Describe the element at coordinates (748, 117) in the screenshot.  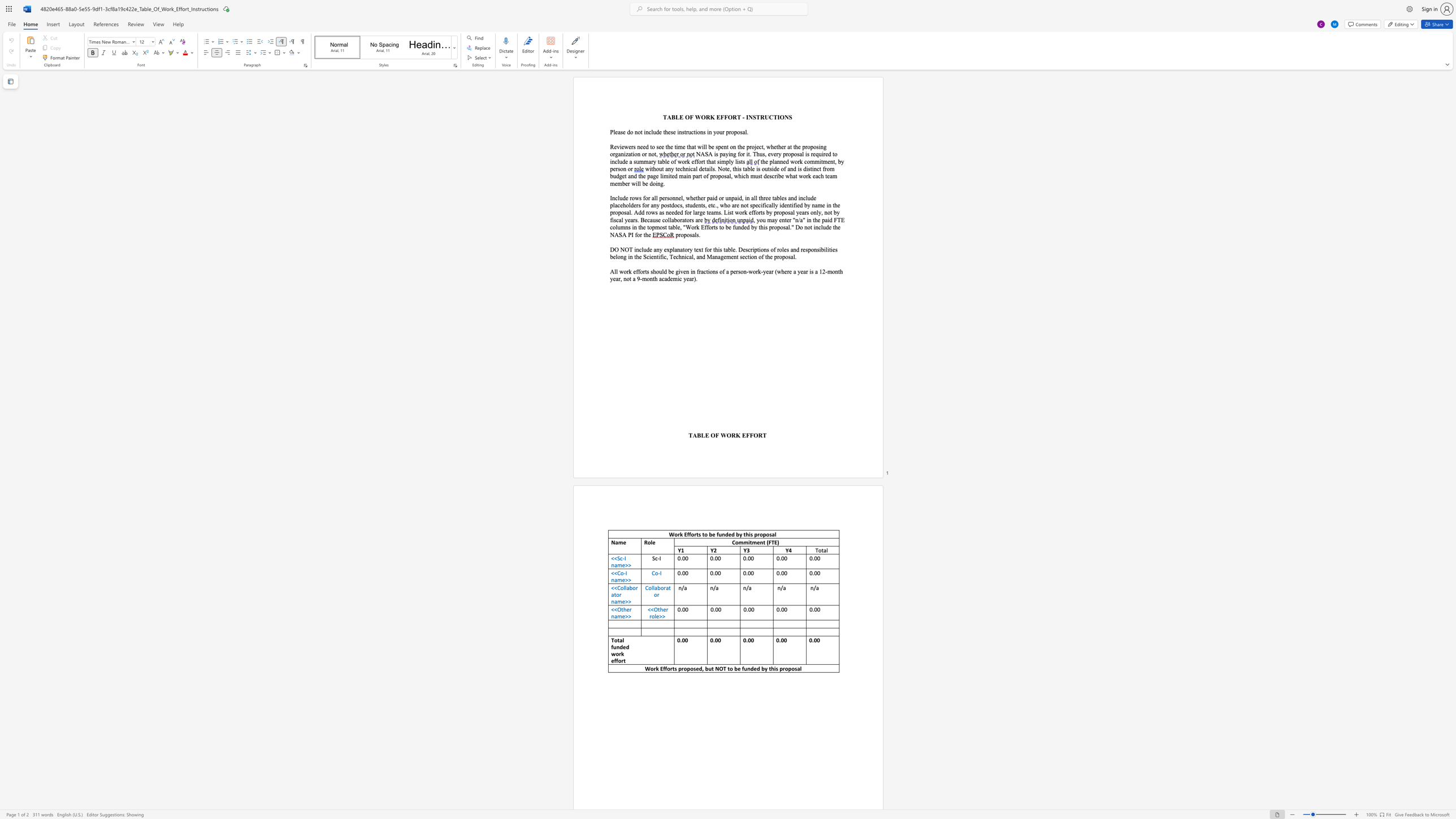
I see `the space between the continuous character "I" and "N" in the text` at that location.